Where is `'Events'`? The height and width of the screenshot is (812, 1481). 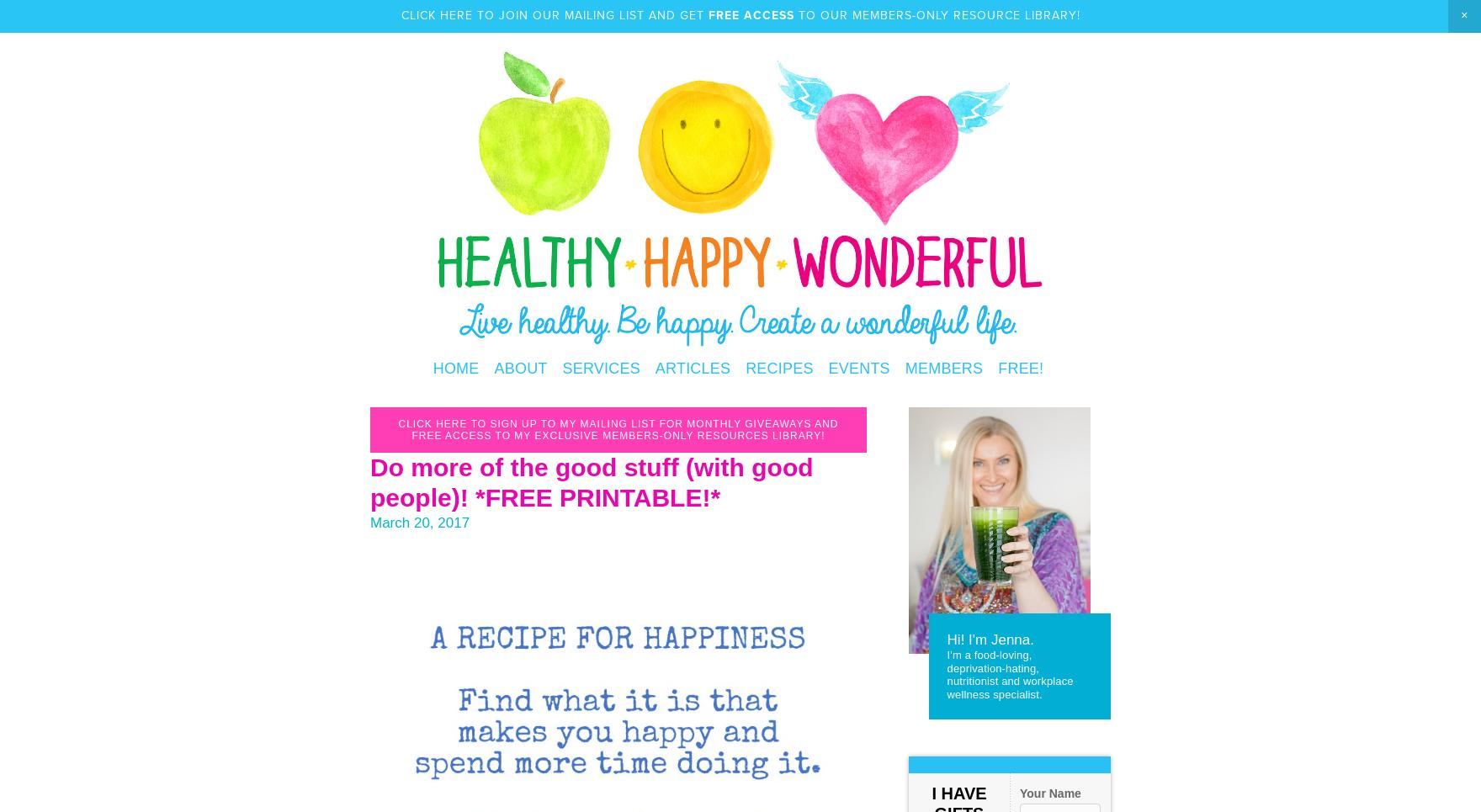
'Events' is located at coordinates (828, 369).